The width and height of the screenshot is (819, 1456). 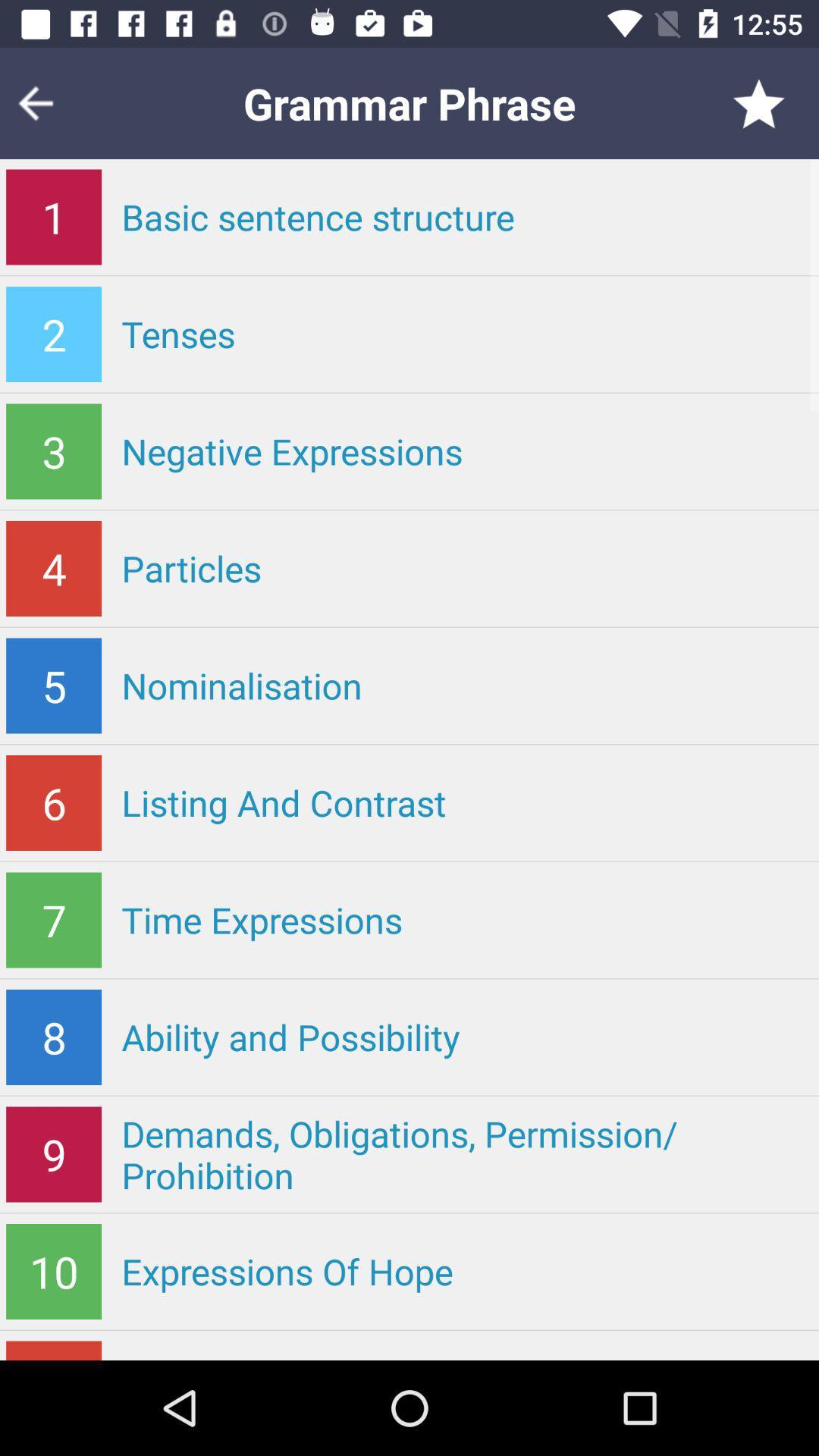 I want to click on the arrow_backward icon, so click(x=45, y=102).